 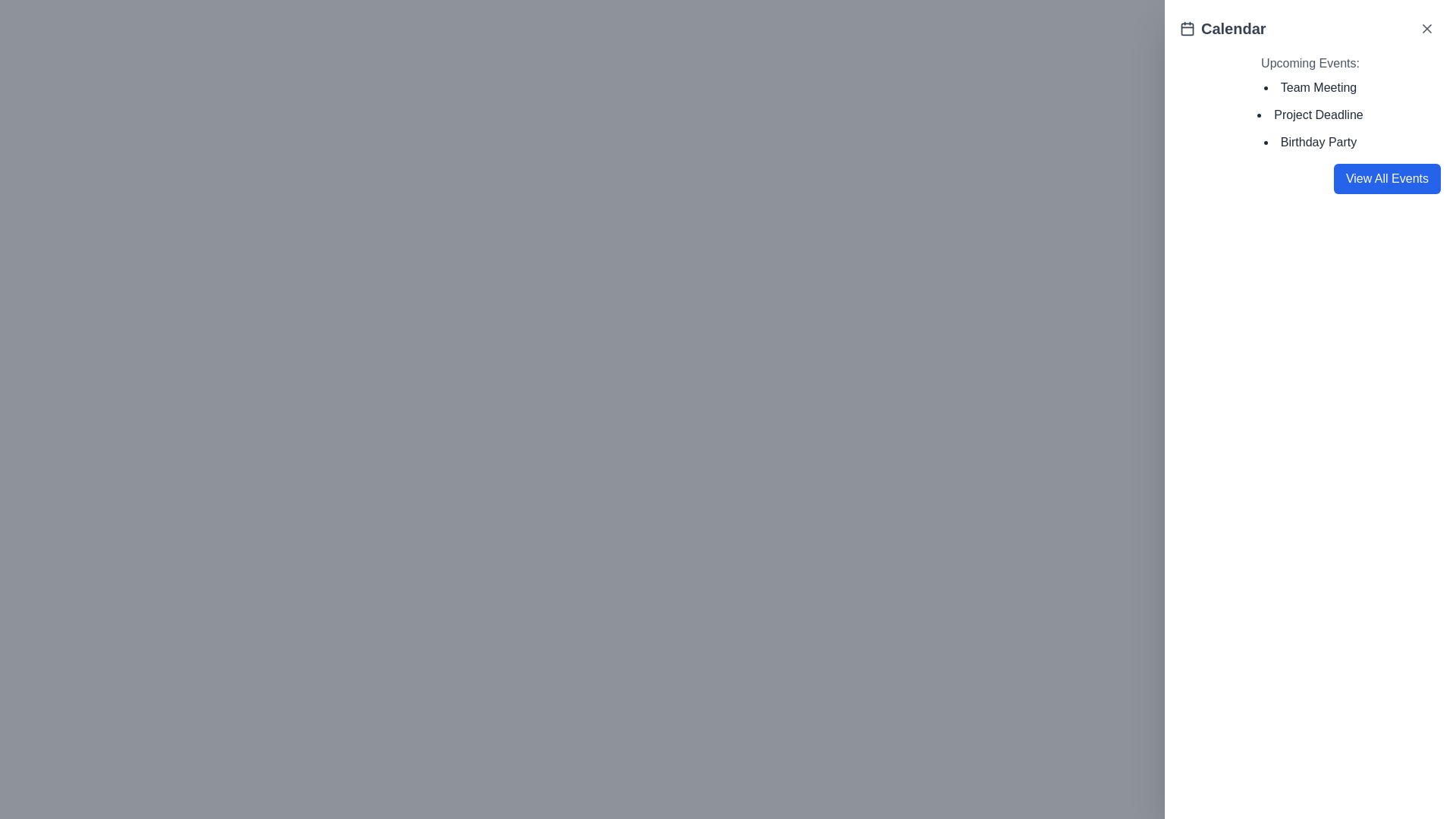 I want to click on information displayed in the text label for the event titled 'Team Meeting', which is the first item in the list of upcoming events located in the top-right panel of the interface, so click(x=1310, y=87).